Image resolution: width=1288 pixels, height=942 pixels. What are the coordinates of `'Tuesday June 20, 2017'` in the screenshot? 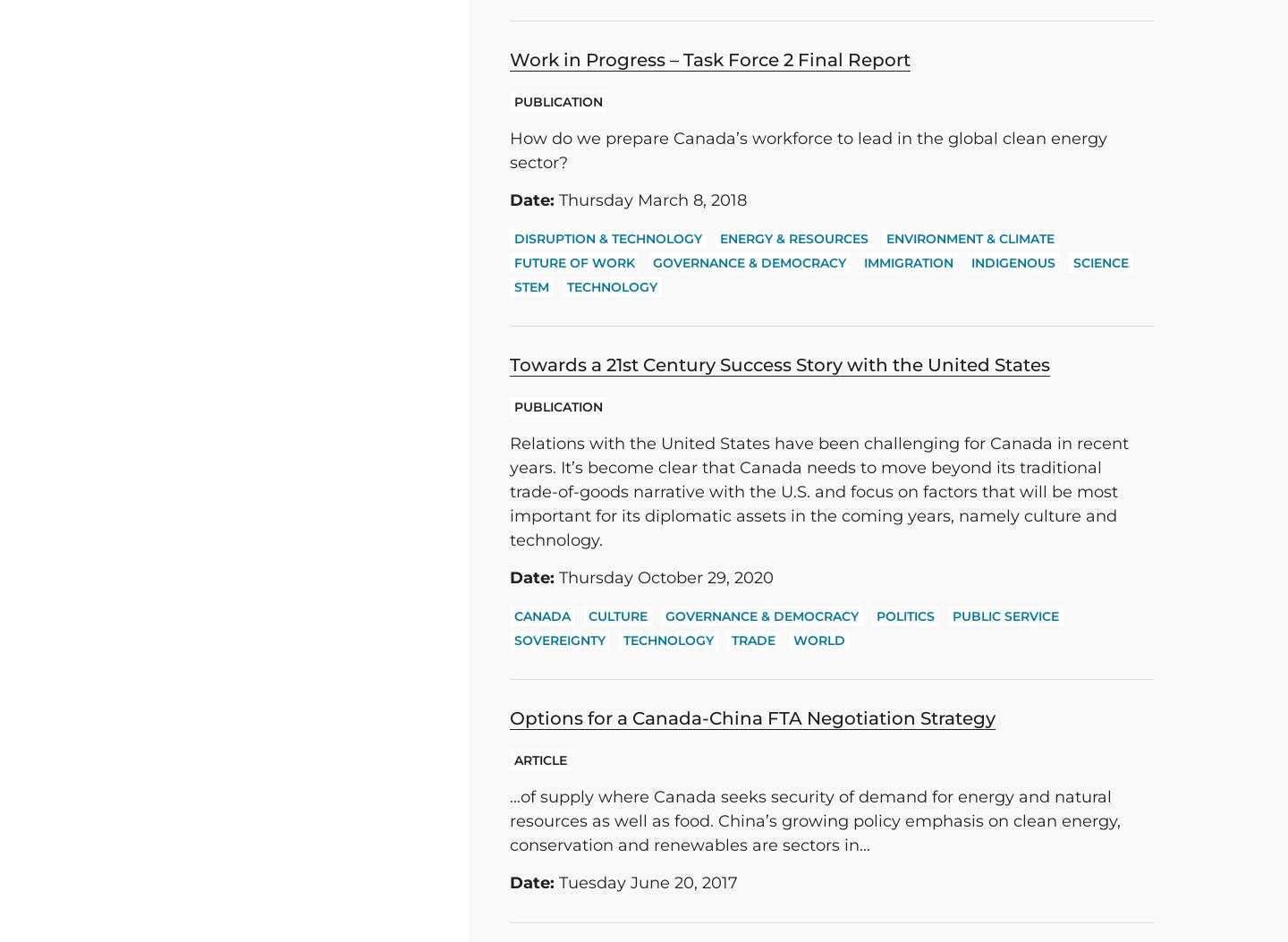 It's located at (645, 882).